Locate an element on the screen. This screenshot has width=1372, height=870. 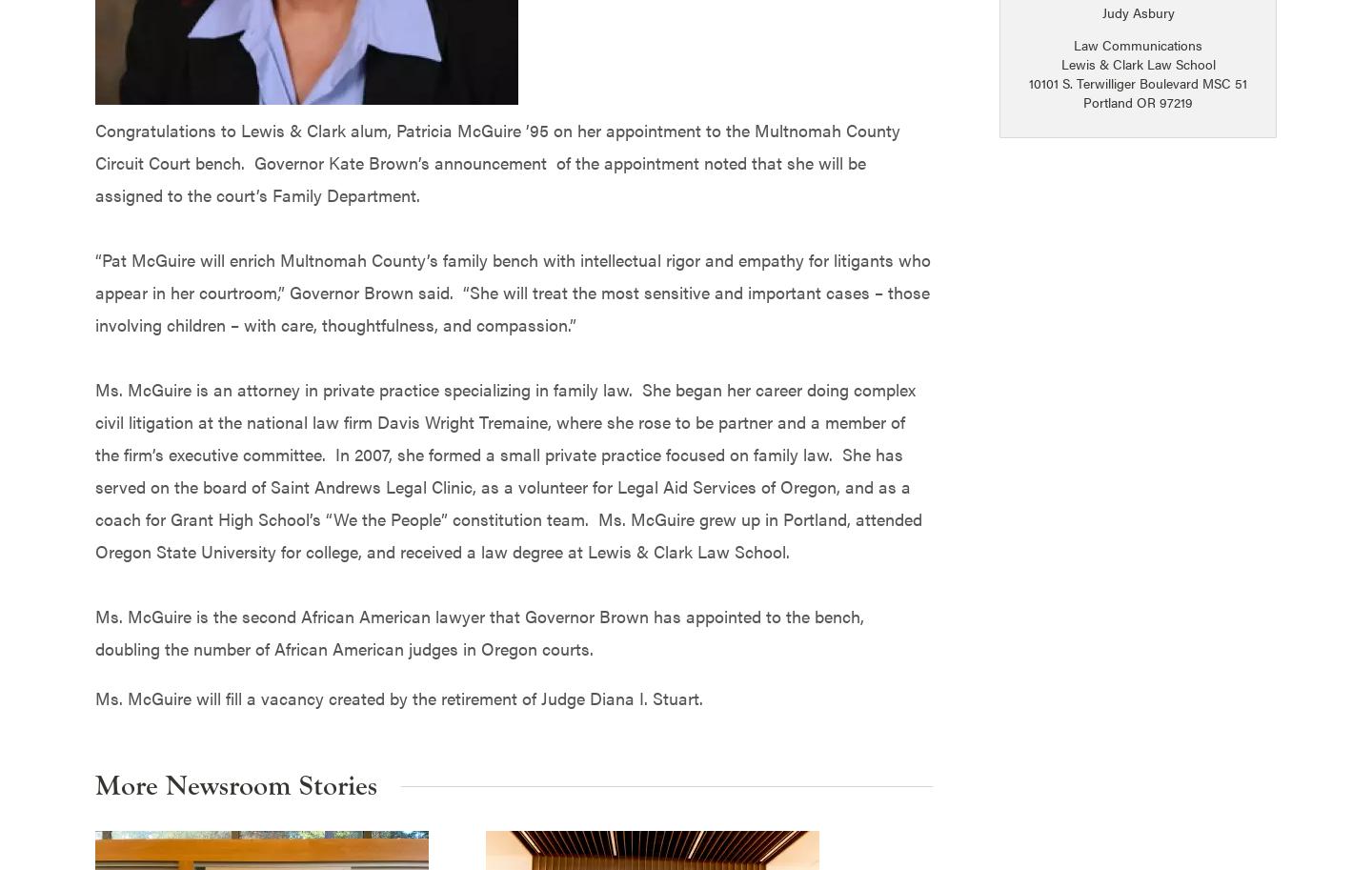
'OR' is located at coordinates (1144, 100).